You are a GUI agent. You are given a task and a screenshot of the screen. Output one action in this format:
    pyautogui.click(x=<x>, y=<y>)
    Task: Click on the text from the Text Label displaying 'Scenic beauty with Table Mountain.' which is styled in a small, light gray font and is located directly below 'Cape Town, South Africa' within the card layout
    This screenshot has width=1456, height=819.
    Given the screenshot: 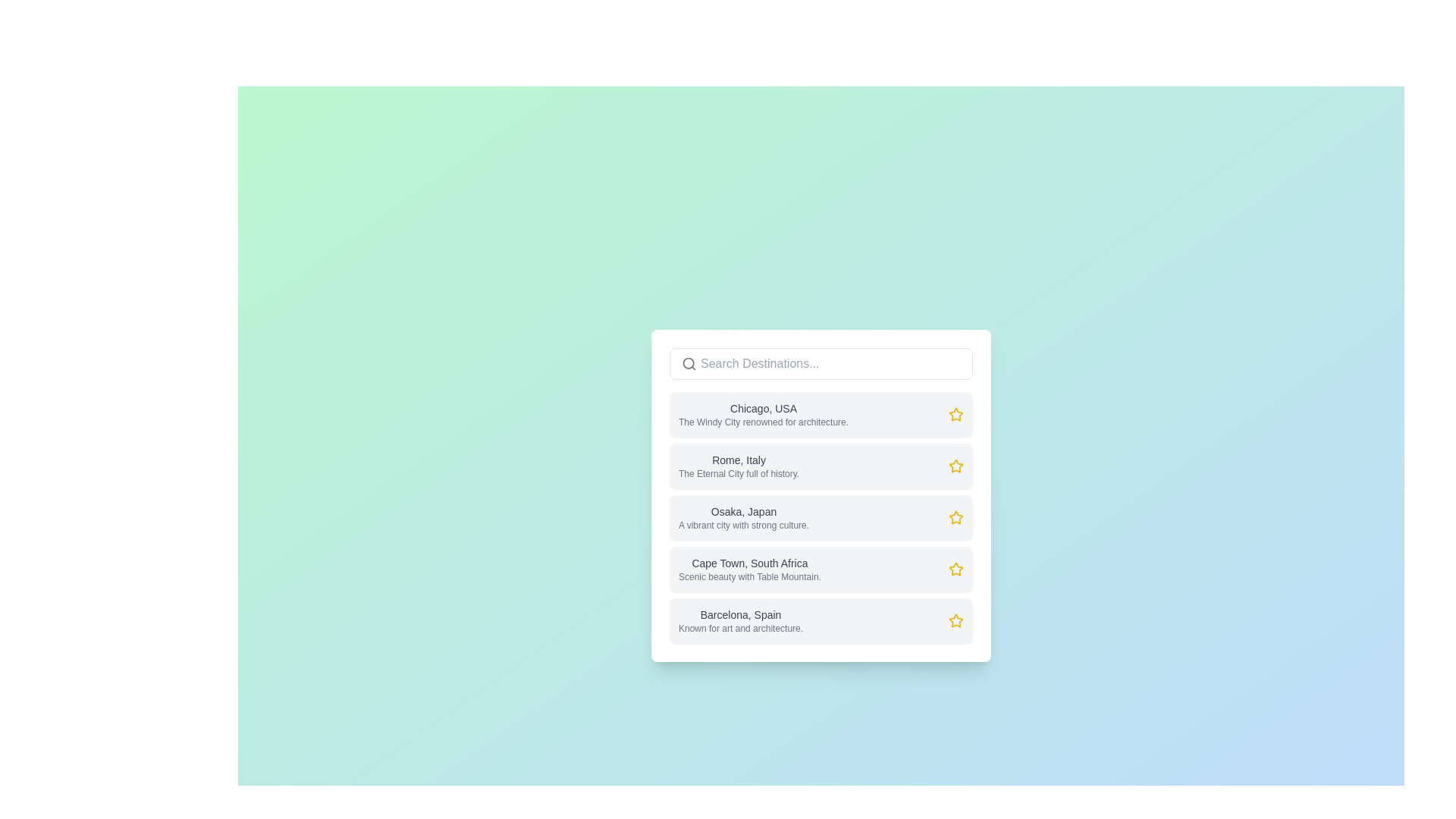 What is the action you would take?
    pyautogui.click(x=749, y=576)
    